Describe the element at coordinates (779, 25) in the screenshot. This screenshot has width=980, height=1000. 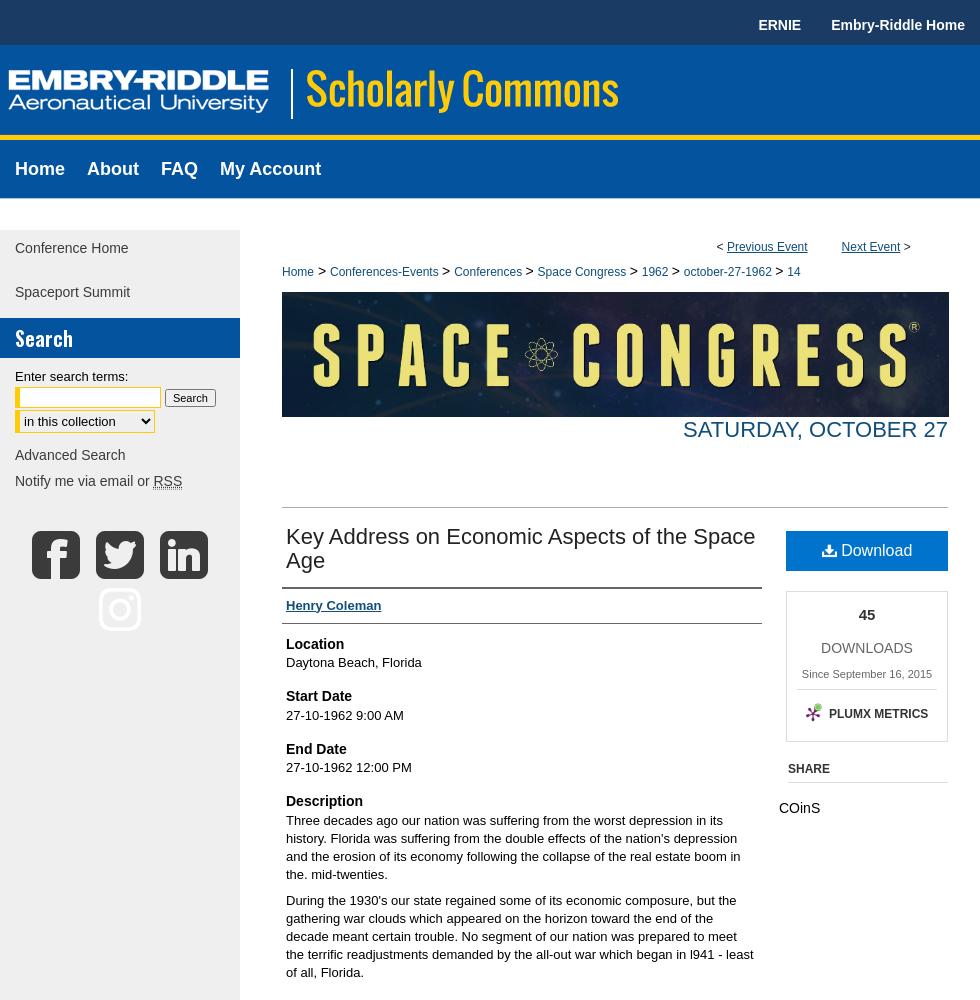
I see `'ERNIE'` at that location.